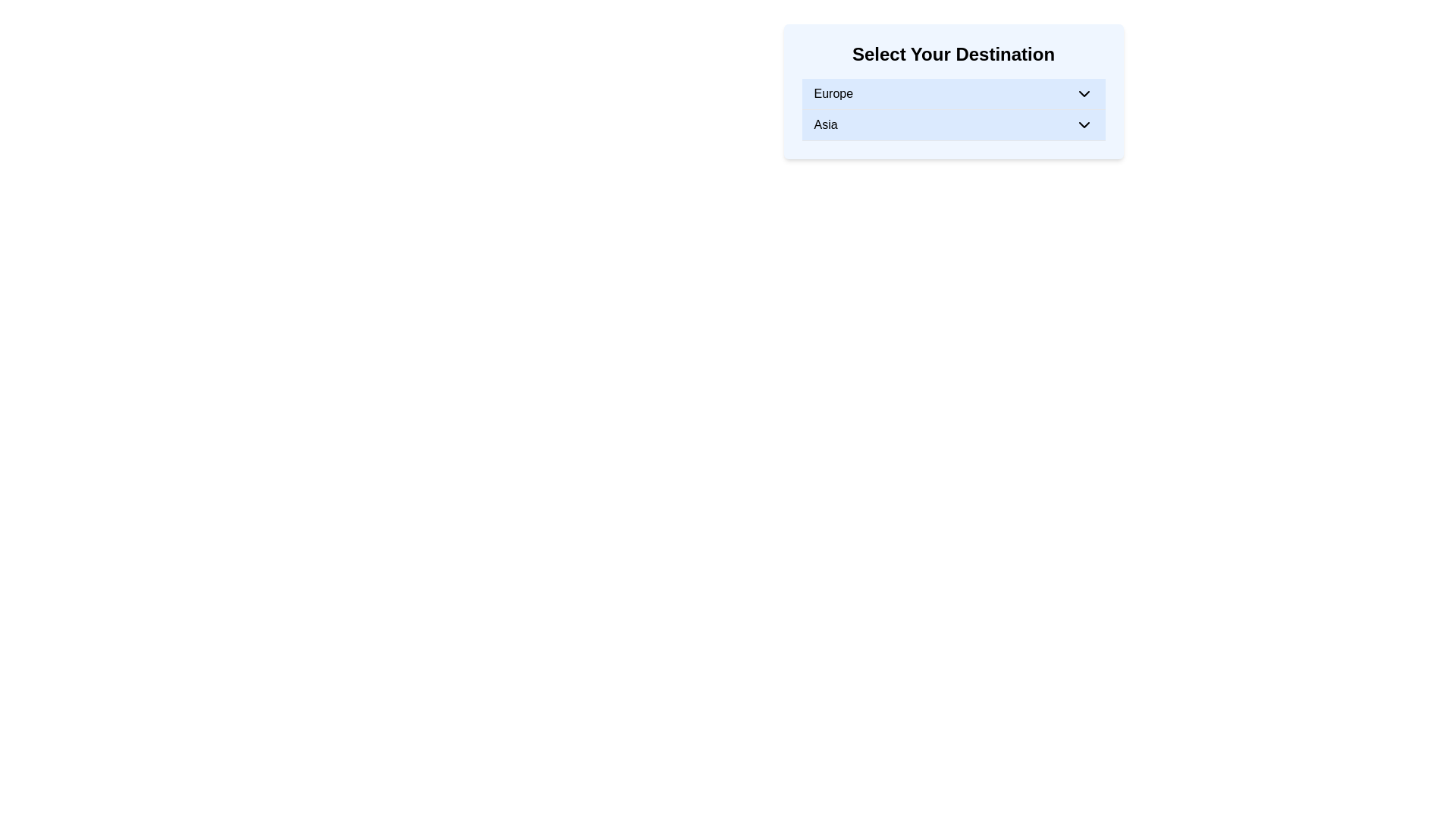  Describe the element at coordinates (1083, 124) in the screenshot. I see `the Dropdown Indicator Icon at the right end of the row labeled 'Asia'` at that location.